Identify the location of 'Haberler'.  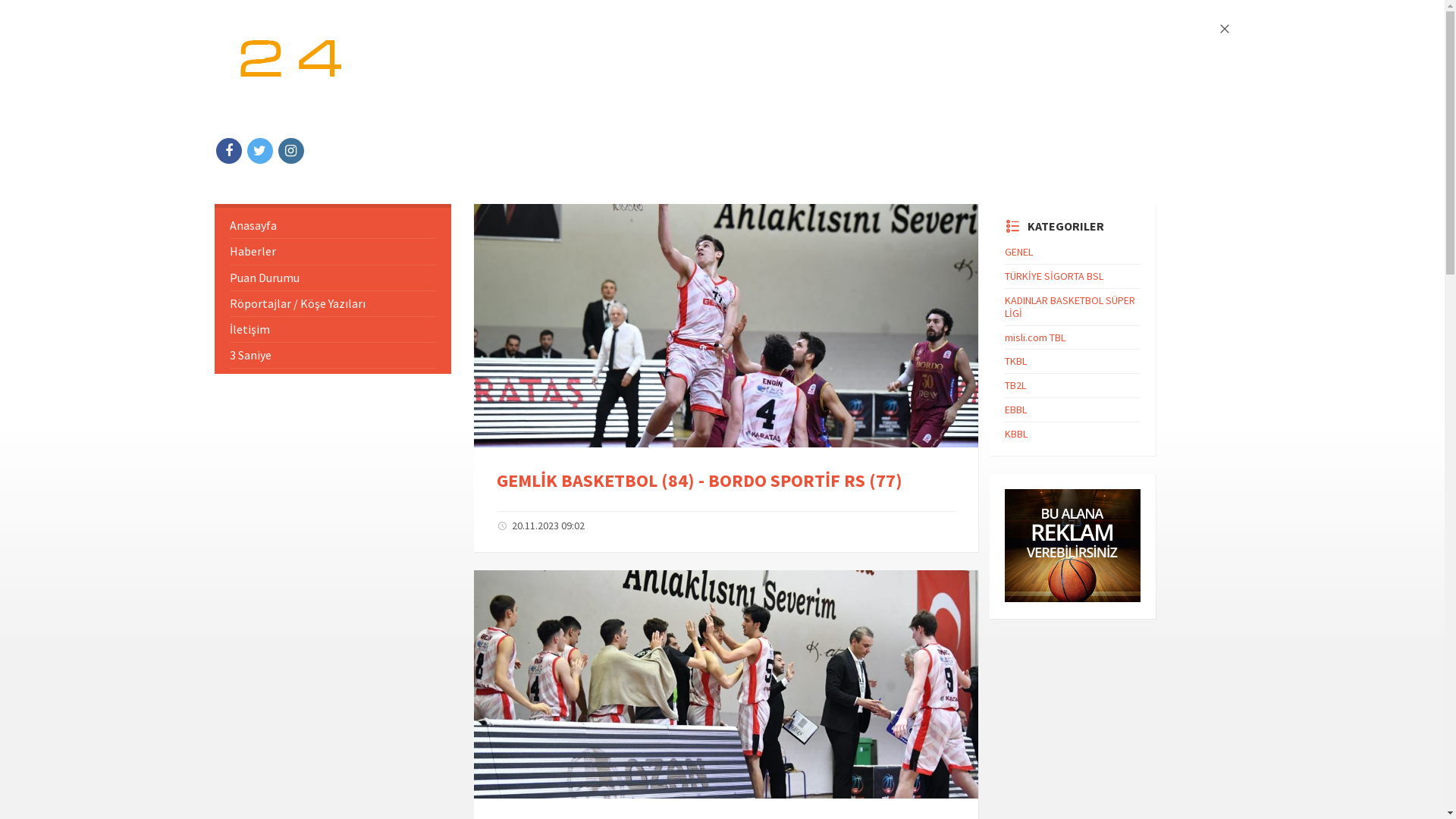
(331, 250).